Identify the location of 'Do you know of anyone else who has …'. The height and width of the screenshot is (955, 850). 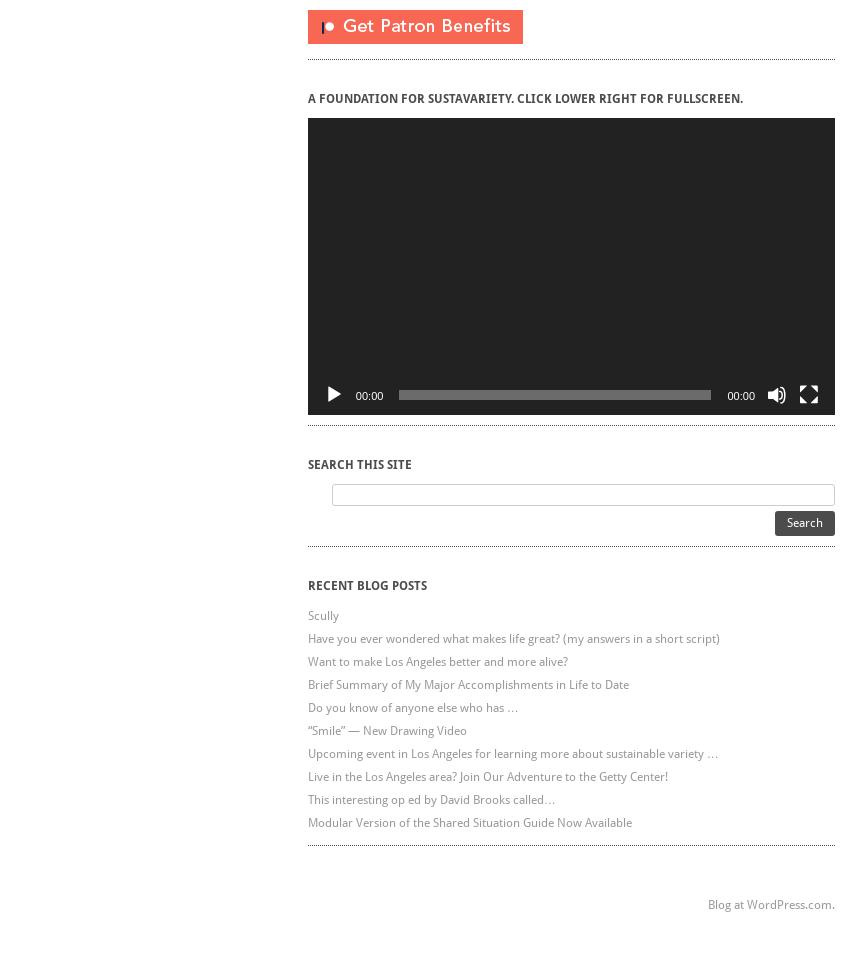
(412, 705).